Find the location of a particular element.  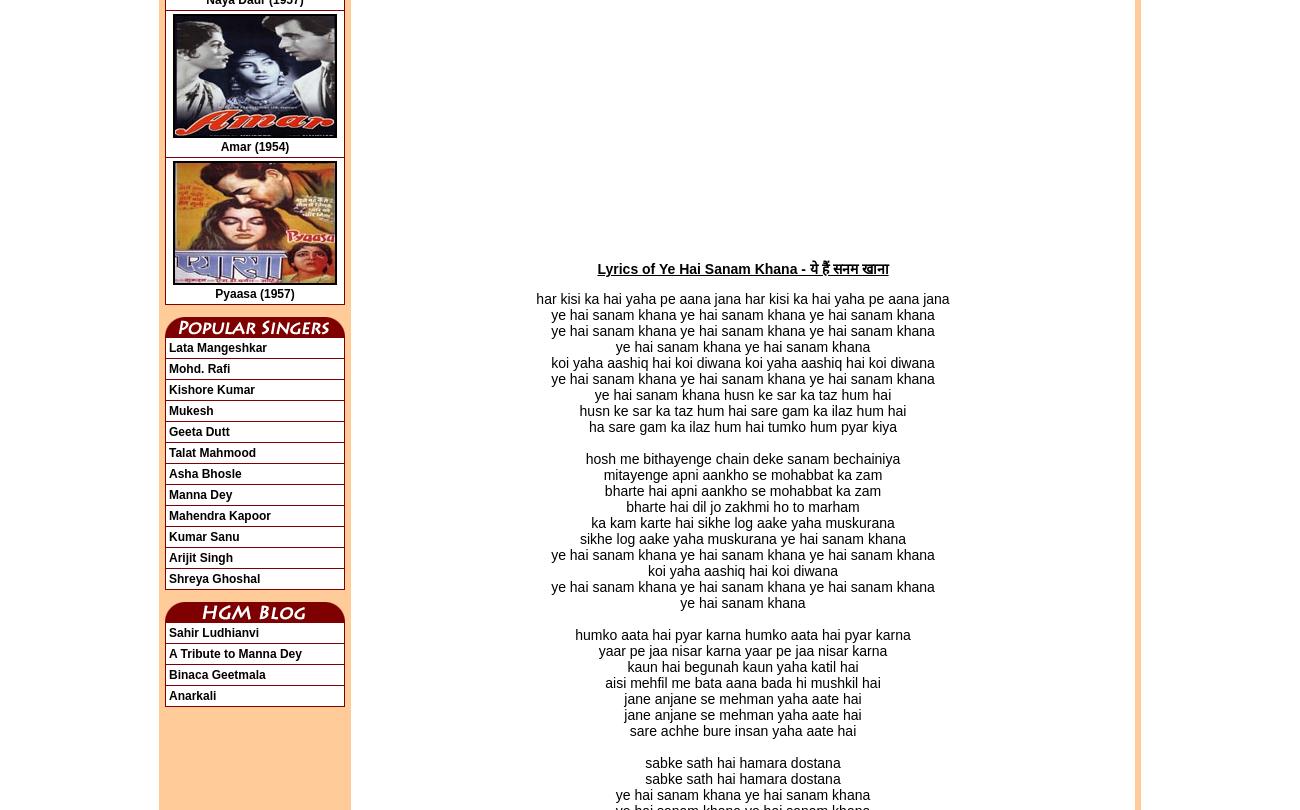

'Mohd. Rafi' is located at coordinates (199, 368).